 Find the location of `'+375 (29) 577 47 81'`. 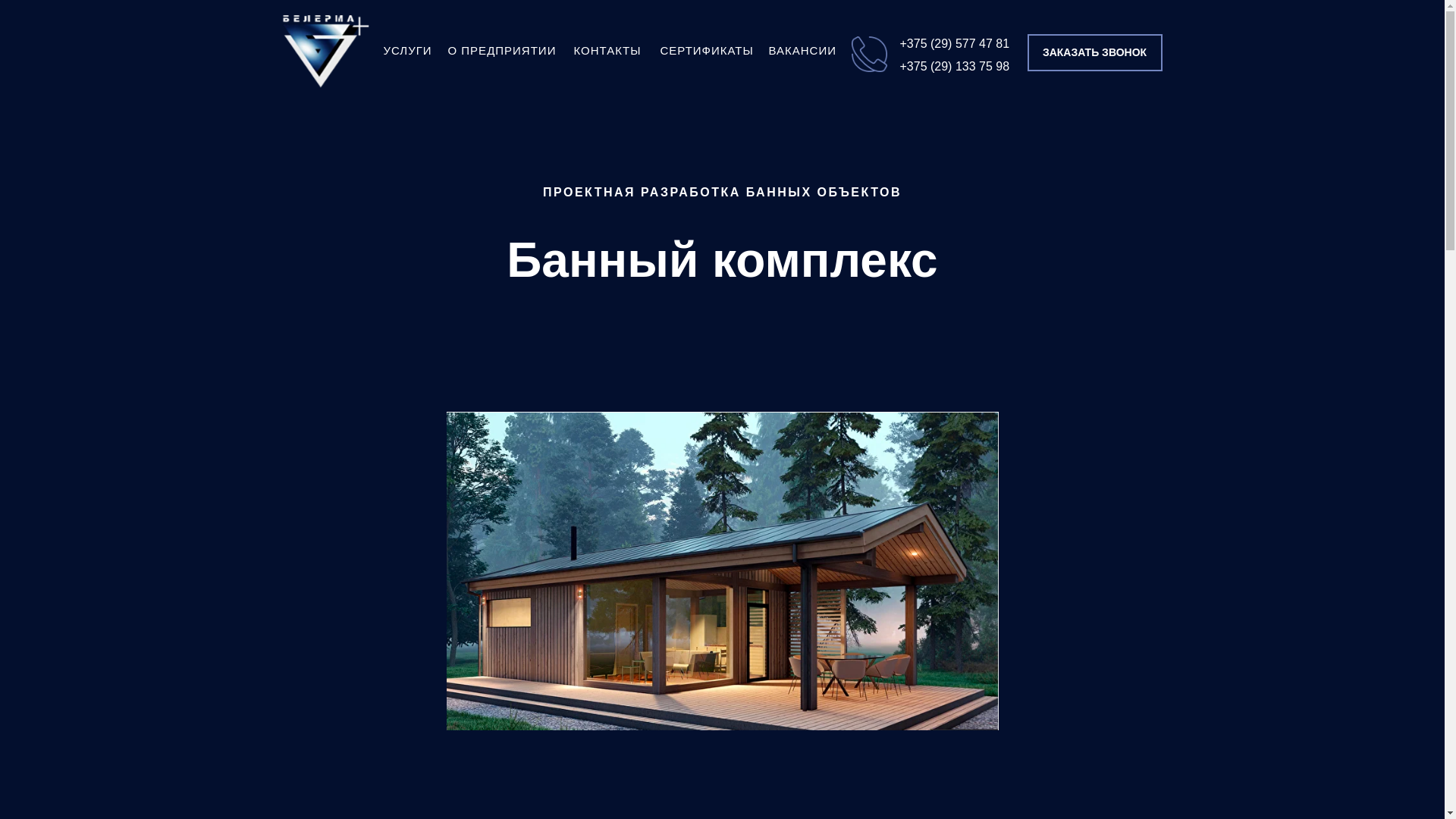

'+375 (29) 577 47 81' is located at coordinates (953, 42).